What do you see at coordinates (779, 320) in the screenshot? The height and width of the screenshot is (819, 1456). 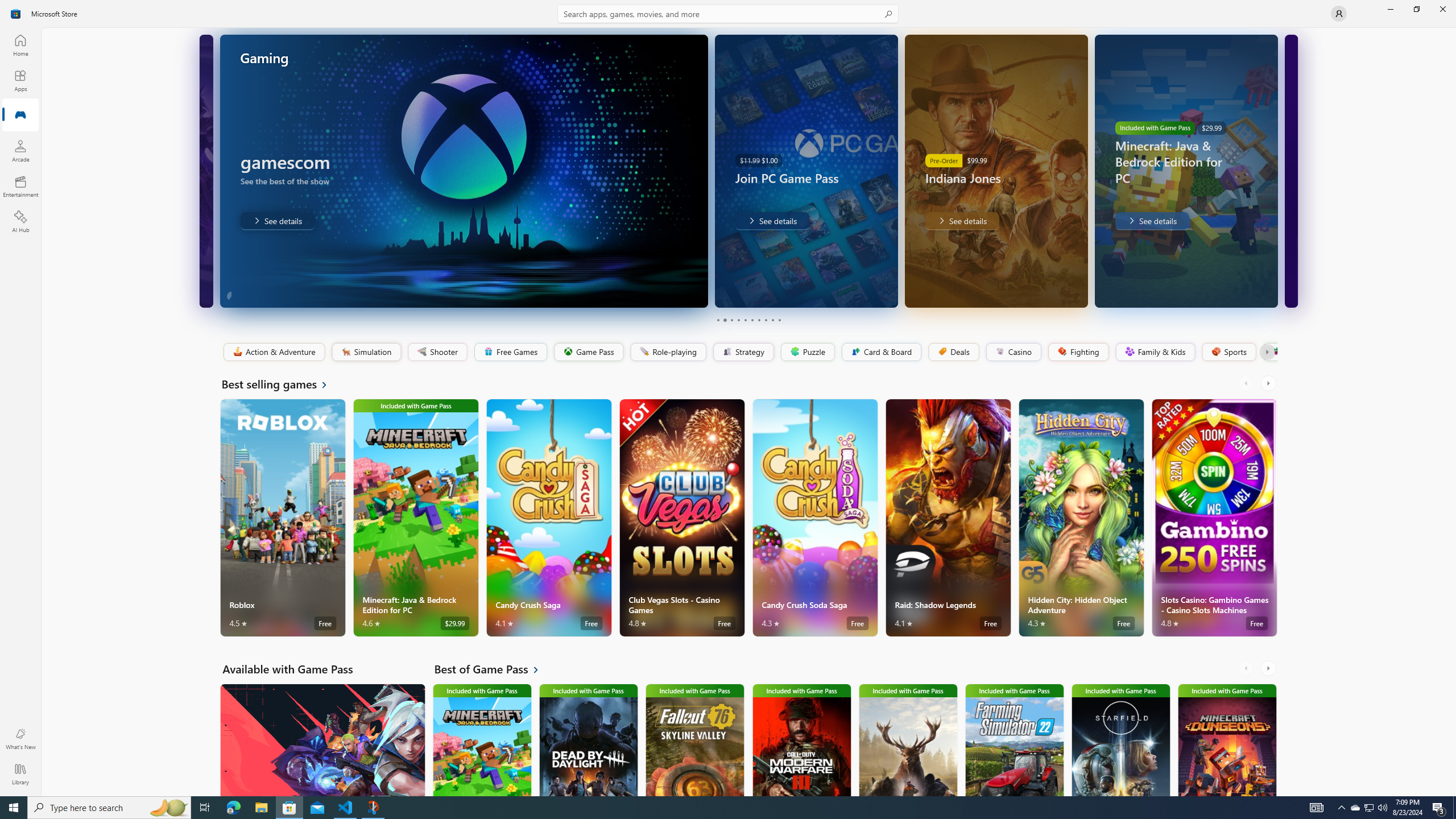 I see `'Page 10'` at bounding box center [779, 320].